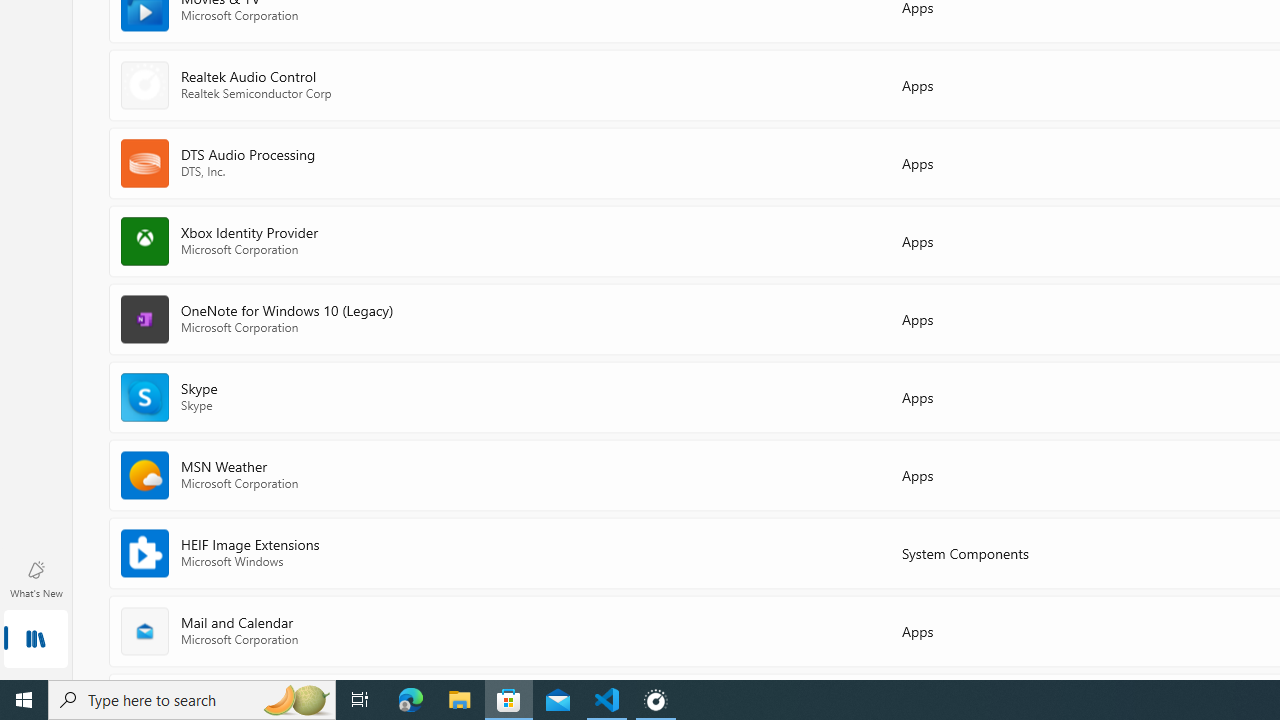 This screenshot has height=720, width=1280. Describe the element at coordinates (35, 578) in the screenshot. I see `'What'` at that location.